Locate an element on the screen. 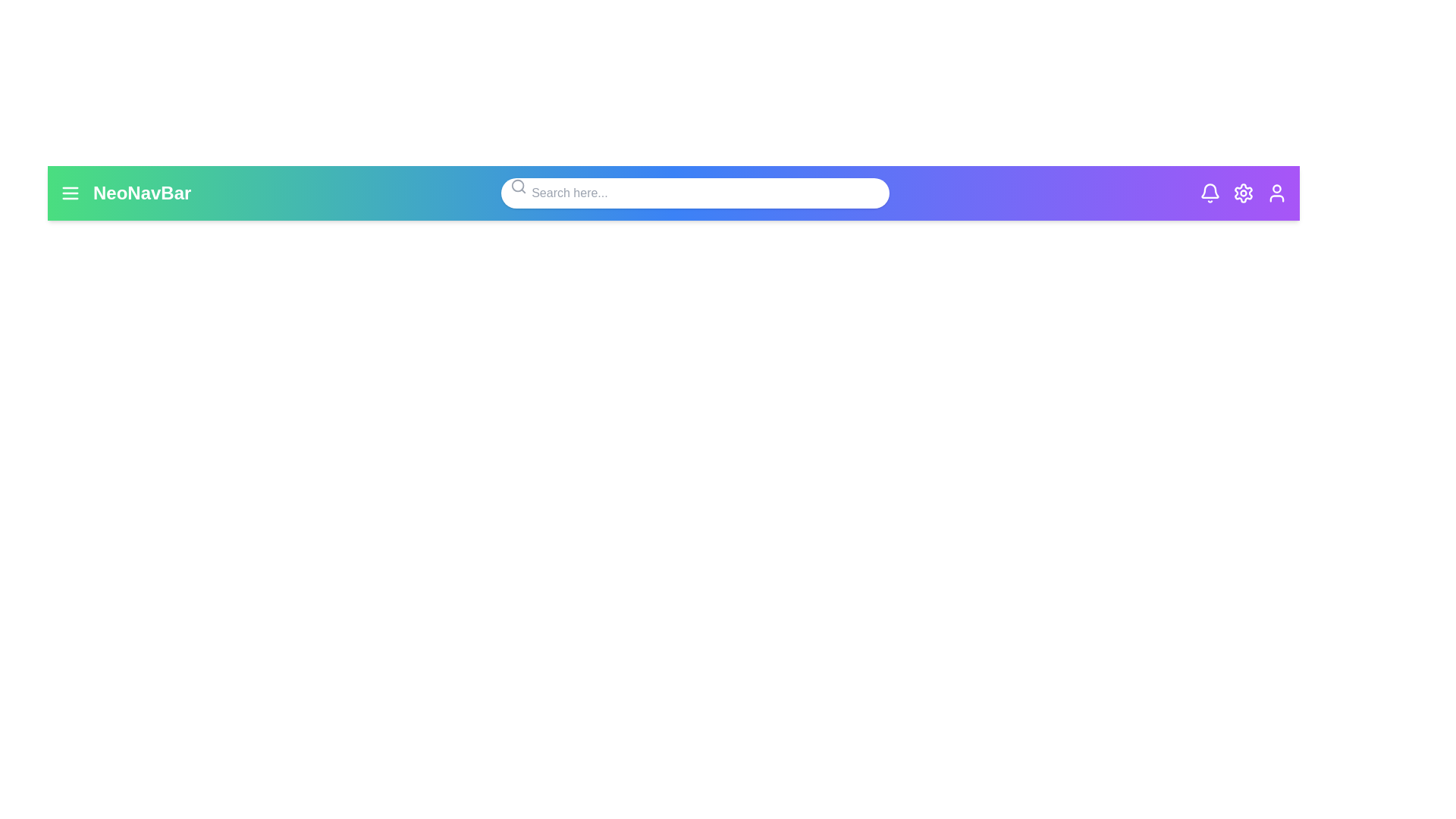  the menu icon to observe its hover effect is located at coordinates (69, 192).